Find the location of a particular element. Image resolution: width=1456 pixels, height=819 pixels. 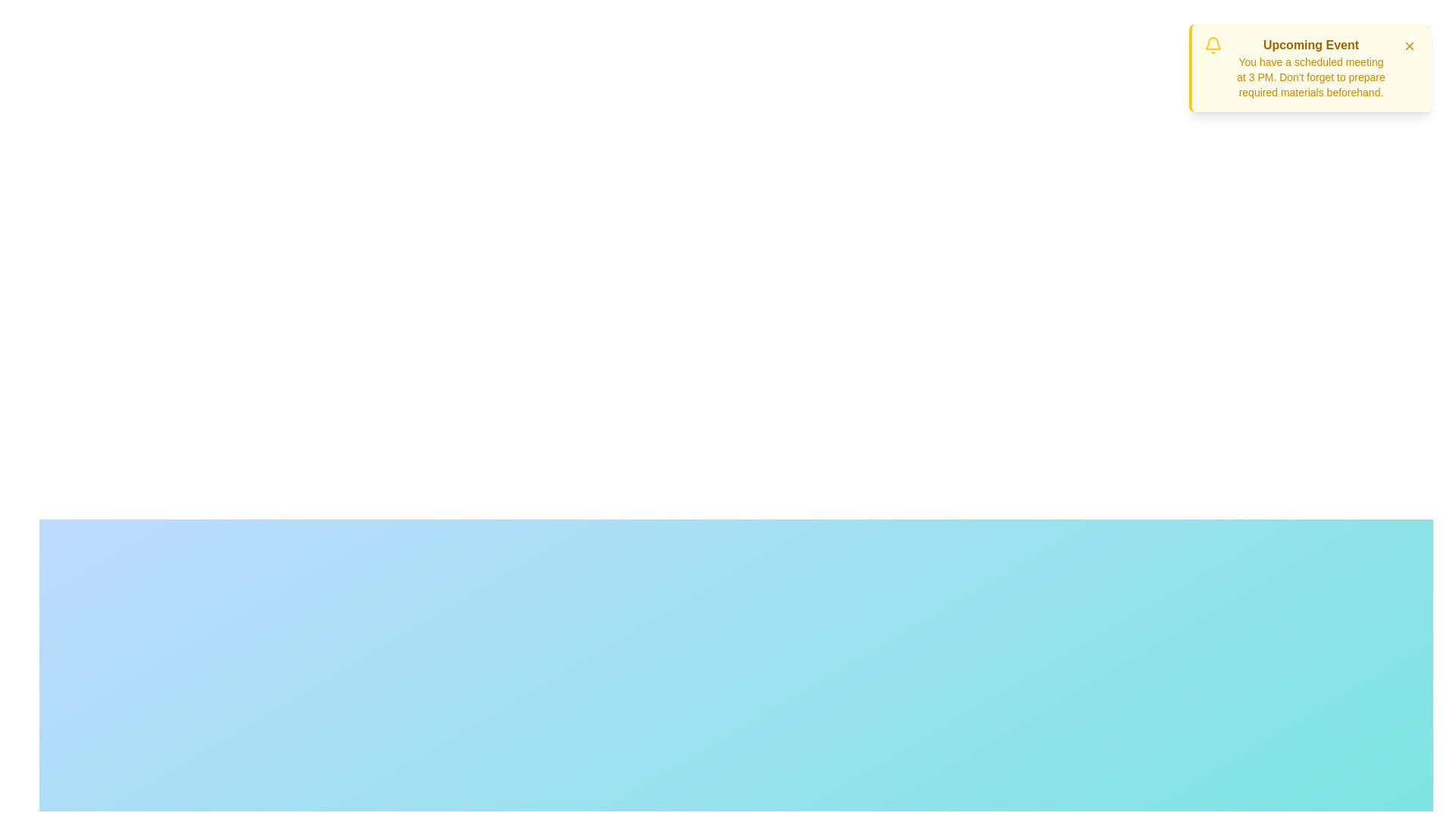

the close icon of the snackbar to dismiss the notification is located at coordinates (1408, 45).